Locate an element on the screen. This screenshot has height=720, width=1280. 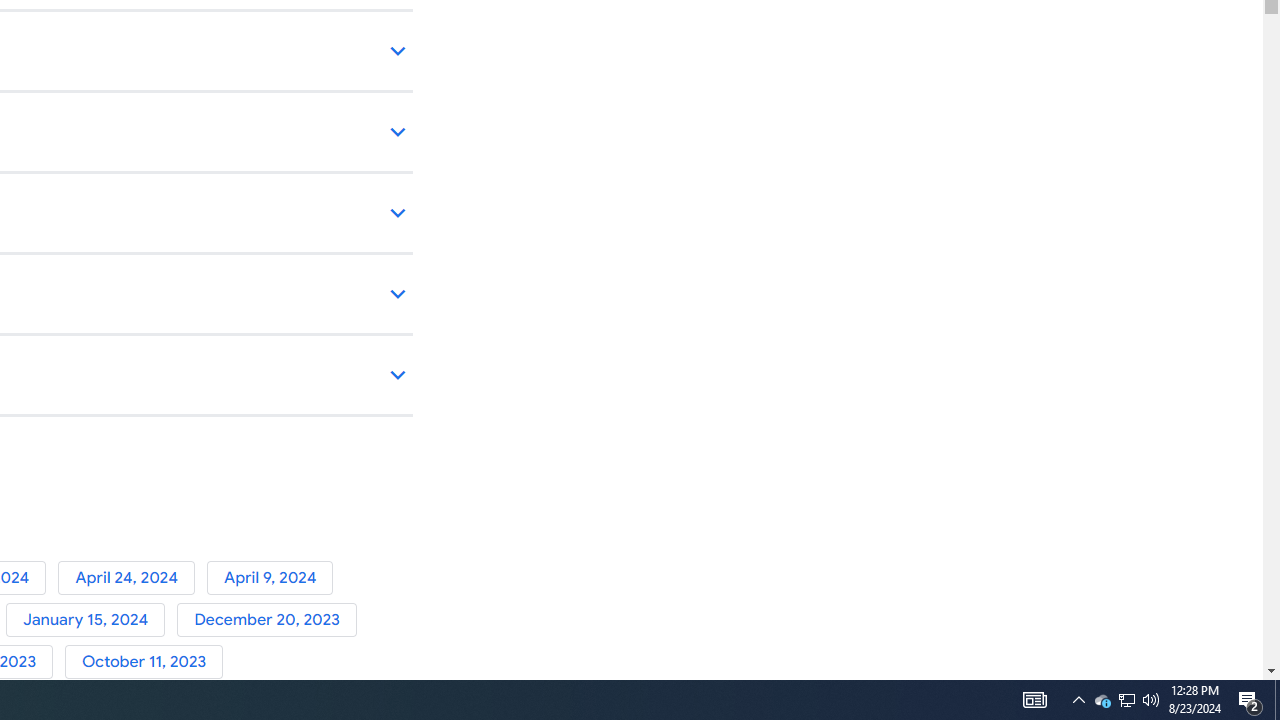
'January 15, 2024' is located at coordinates (90, 619).